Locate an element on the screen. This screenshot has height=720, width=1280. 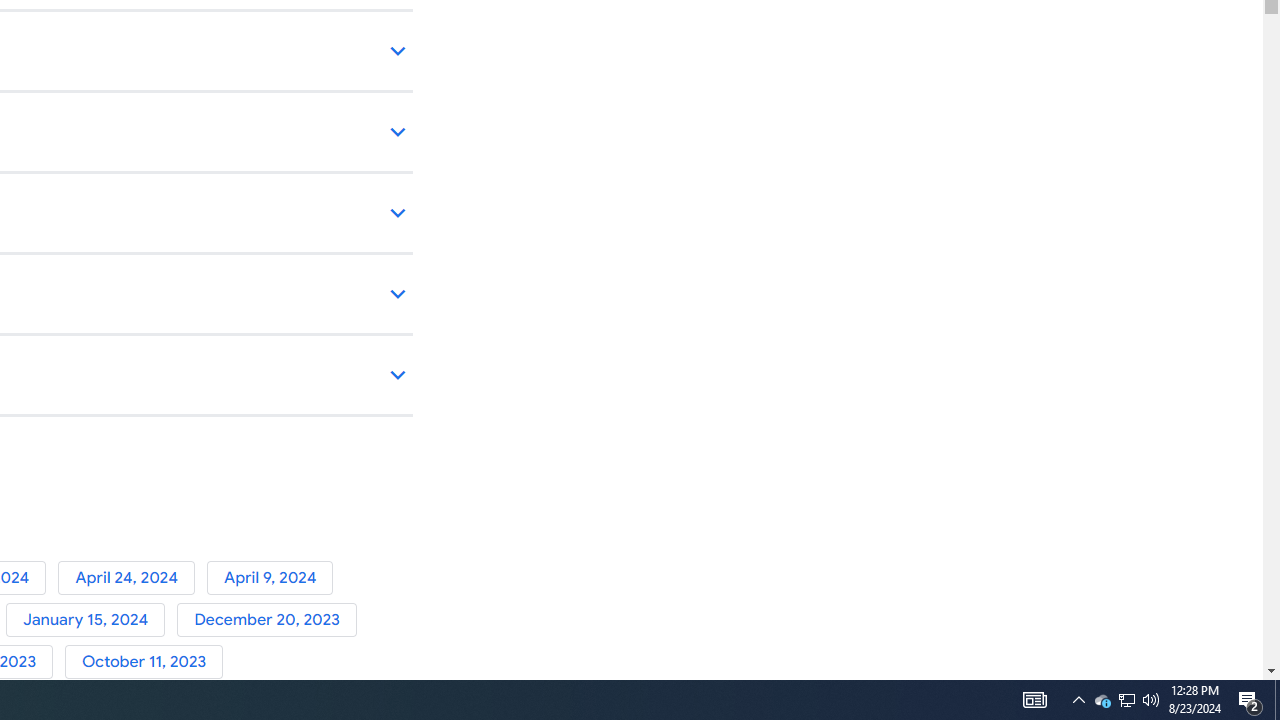
'January 15, 2024' is located at coordinates (90, 619).